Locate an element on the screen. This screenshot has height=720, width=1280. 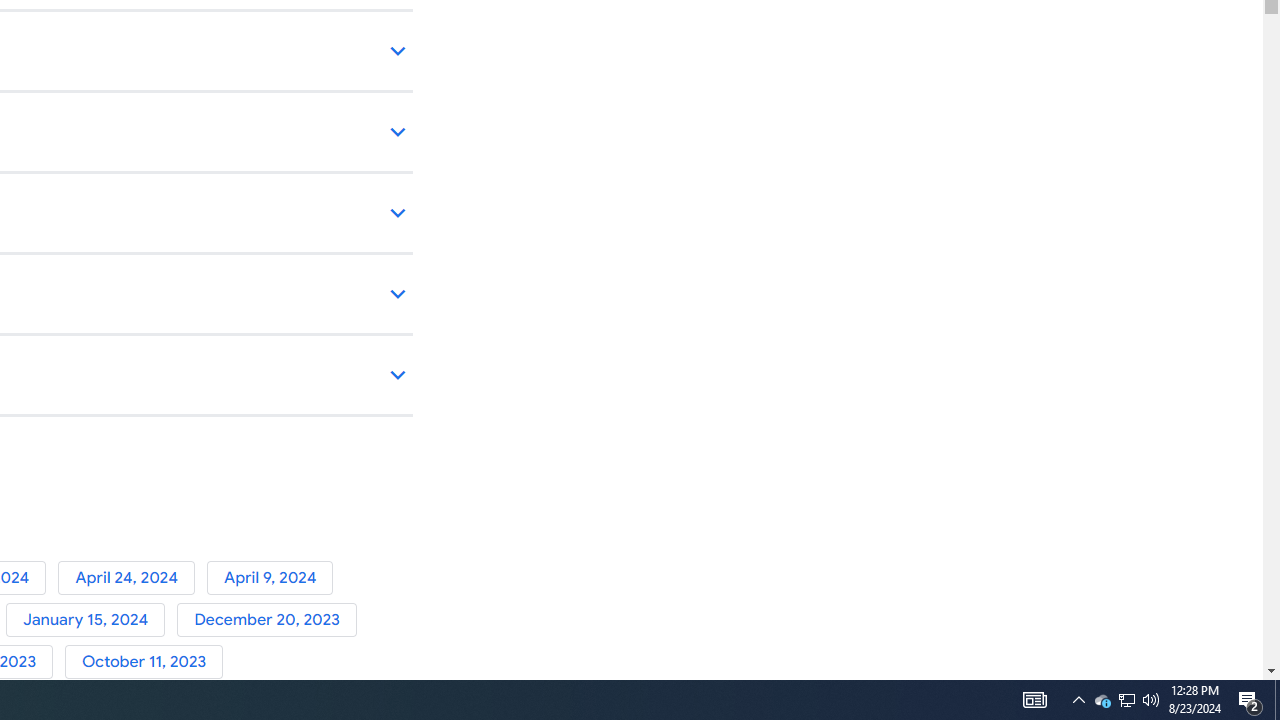
'January 15, 2024' is located at coordinates (90, 619).